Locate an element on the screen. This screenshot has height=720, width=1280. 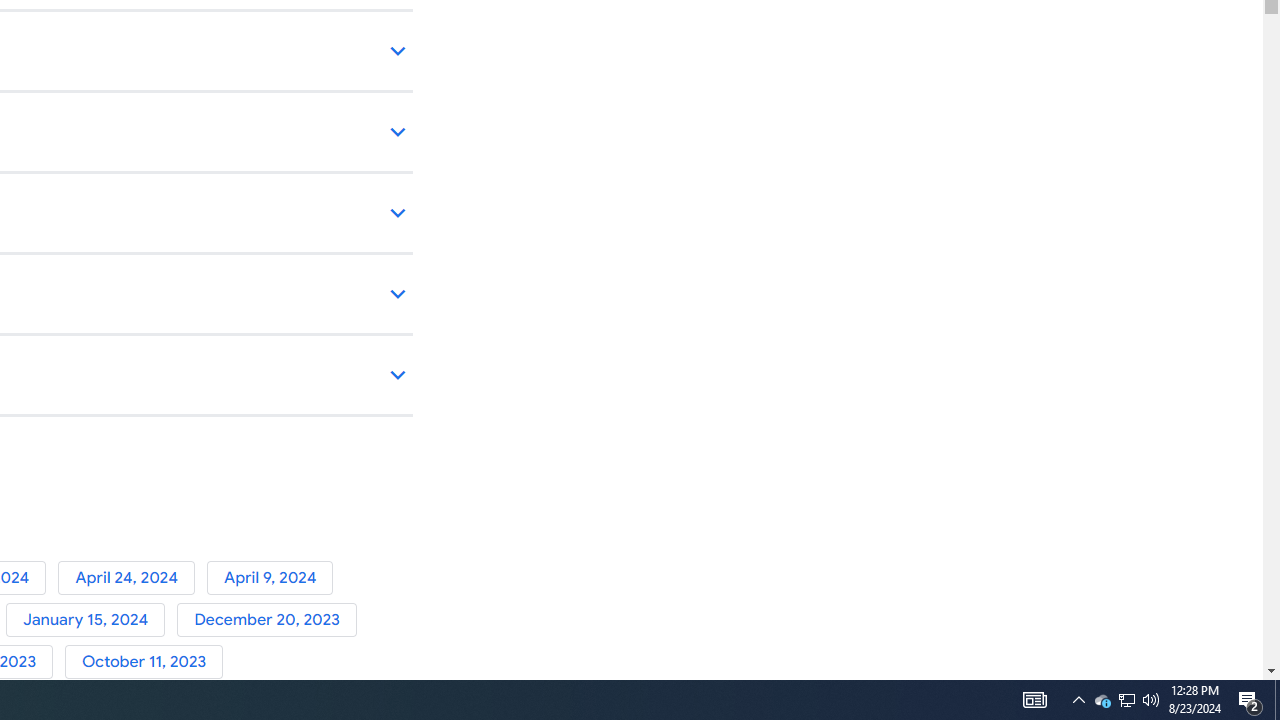
'January 15, 2024' is located at coordinates (90, 619).